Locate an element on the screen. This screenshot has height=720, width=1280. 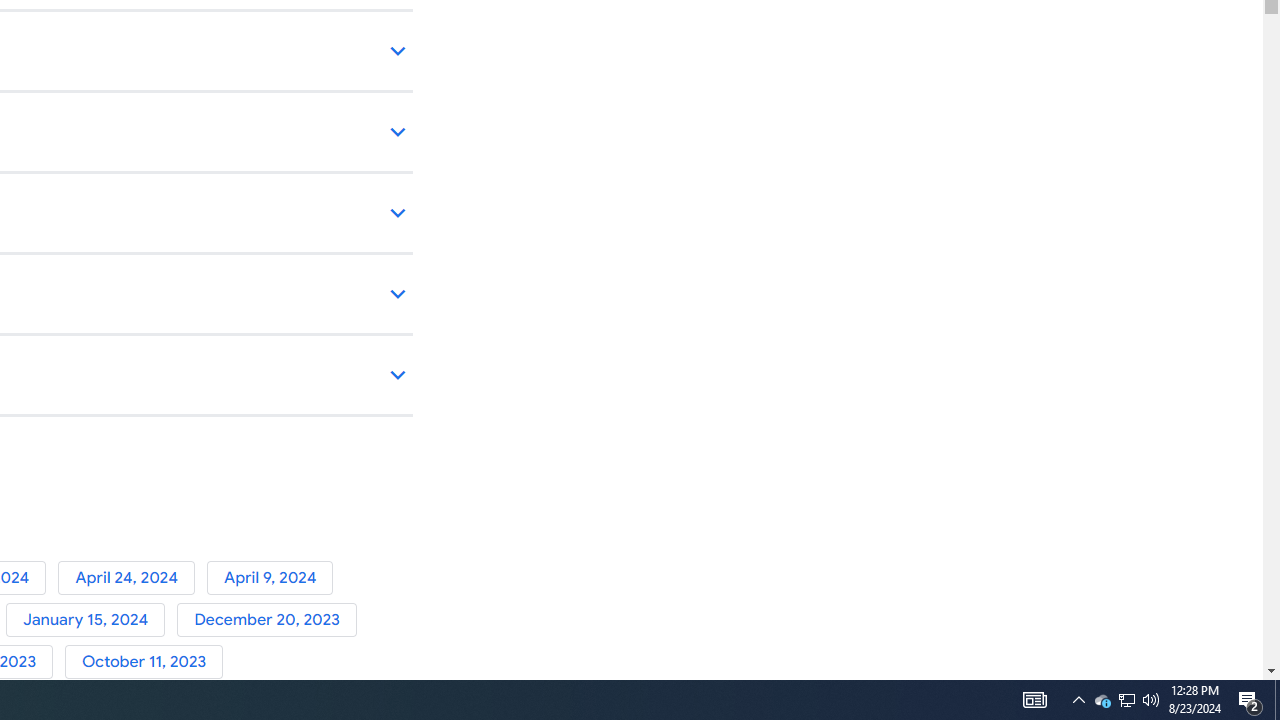
'January 15, 2024' is located at coordinates (90, 619).